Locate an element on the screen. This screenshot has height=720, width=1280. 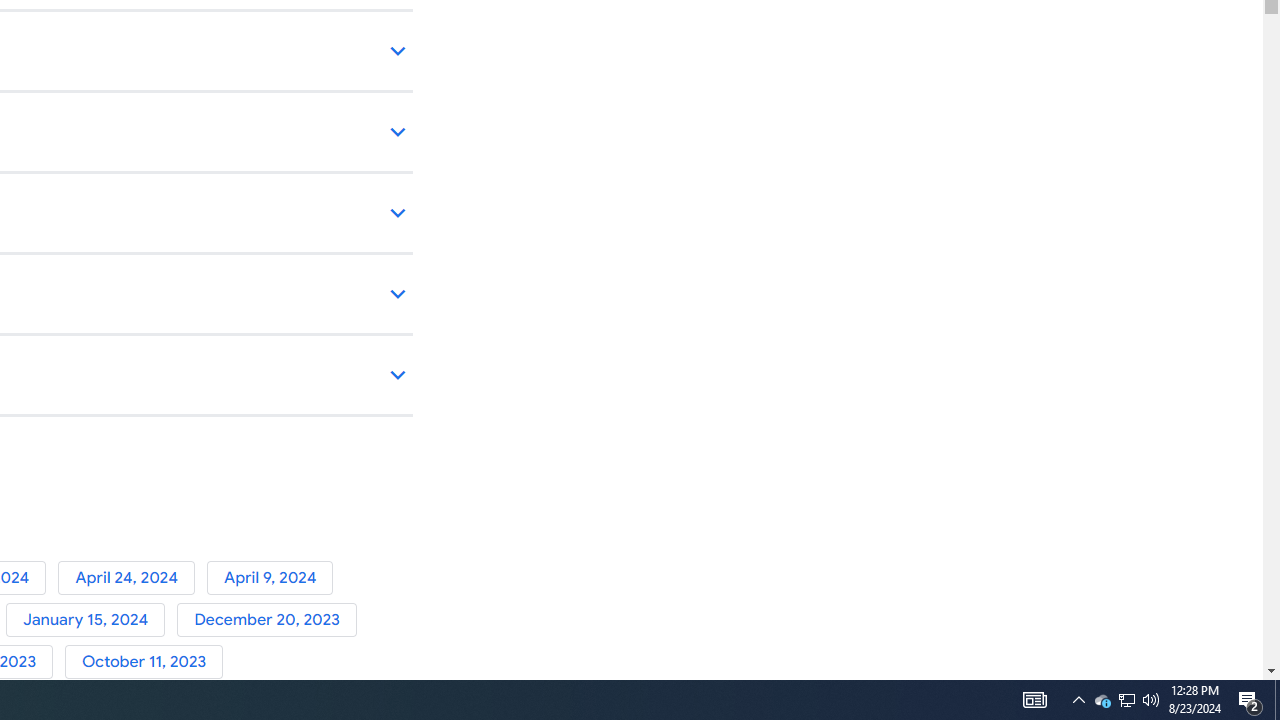
'January 15, 2024' is located at coordinates (90, 619).